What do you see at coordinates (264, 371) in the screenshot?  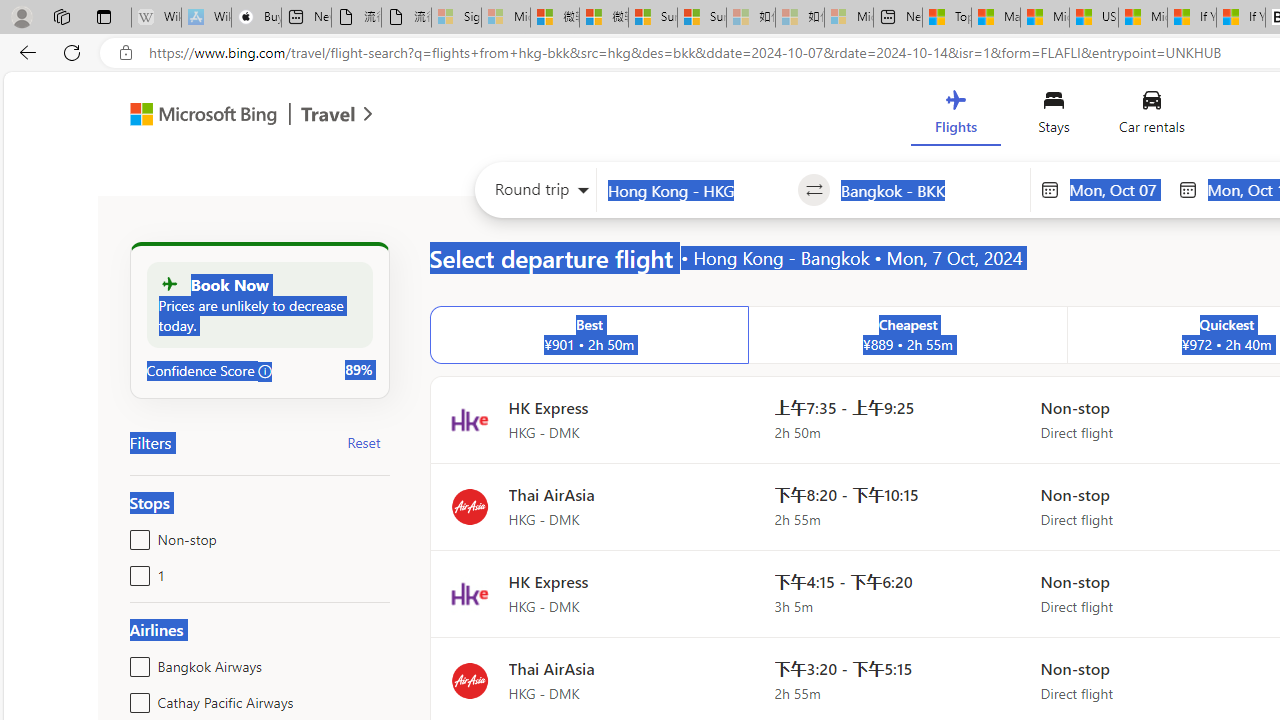 I see `'Info tooltip'` at bounding box center [264, 371].